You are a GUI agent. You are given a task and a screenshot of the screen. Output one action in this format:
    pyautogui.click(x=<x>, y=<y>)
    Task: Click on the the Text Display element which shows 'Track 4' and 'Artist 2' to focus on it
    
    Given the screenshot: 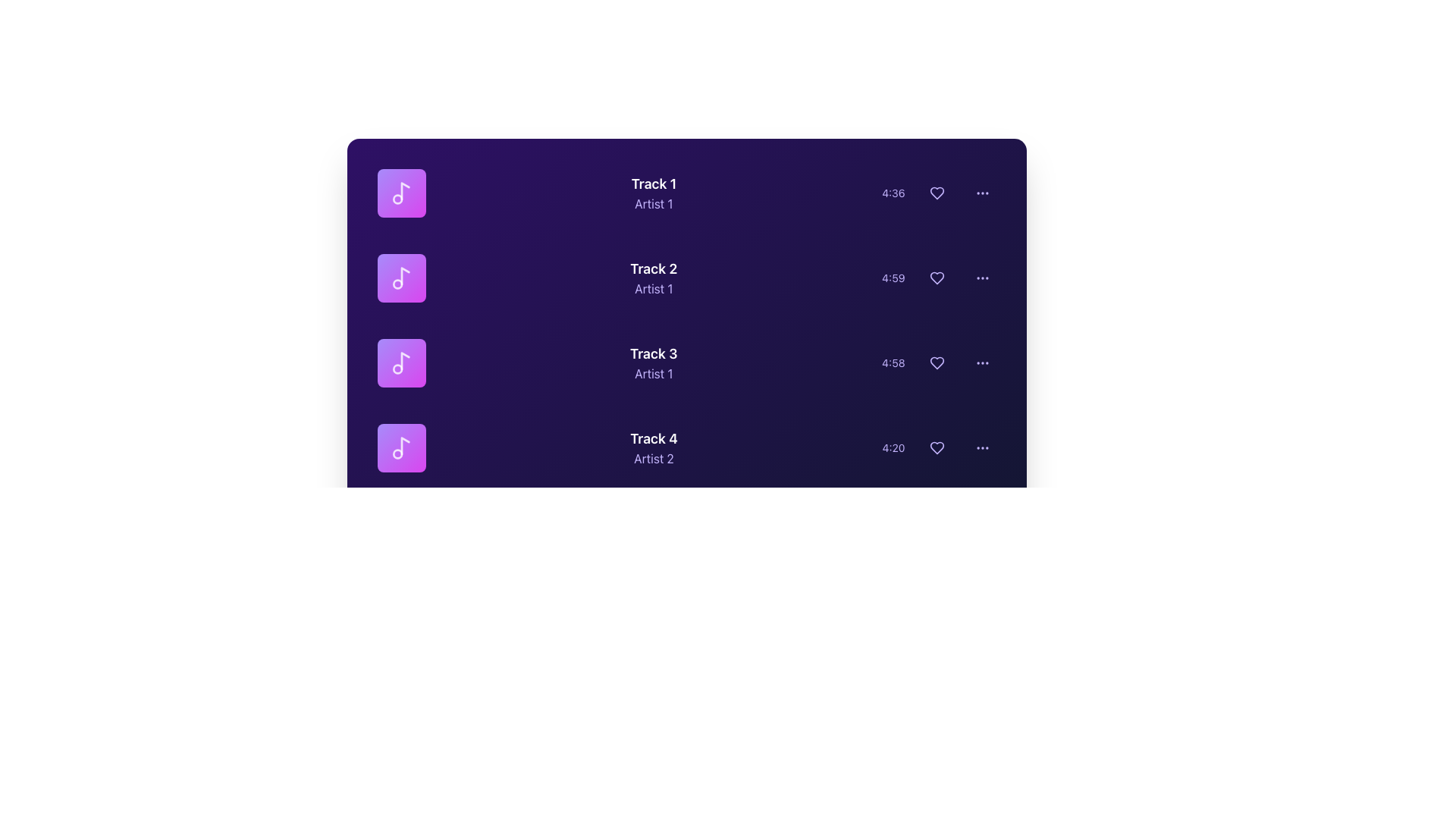 What is the action you would take?
    pyautogui.click(x=654, y=447)
    